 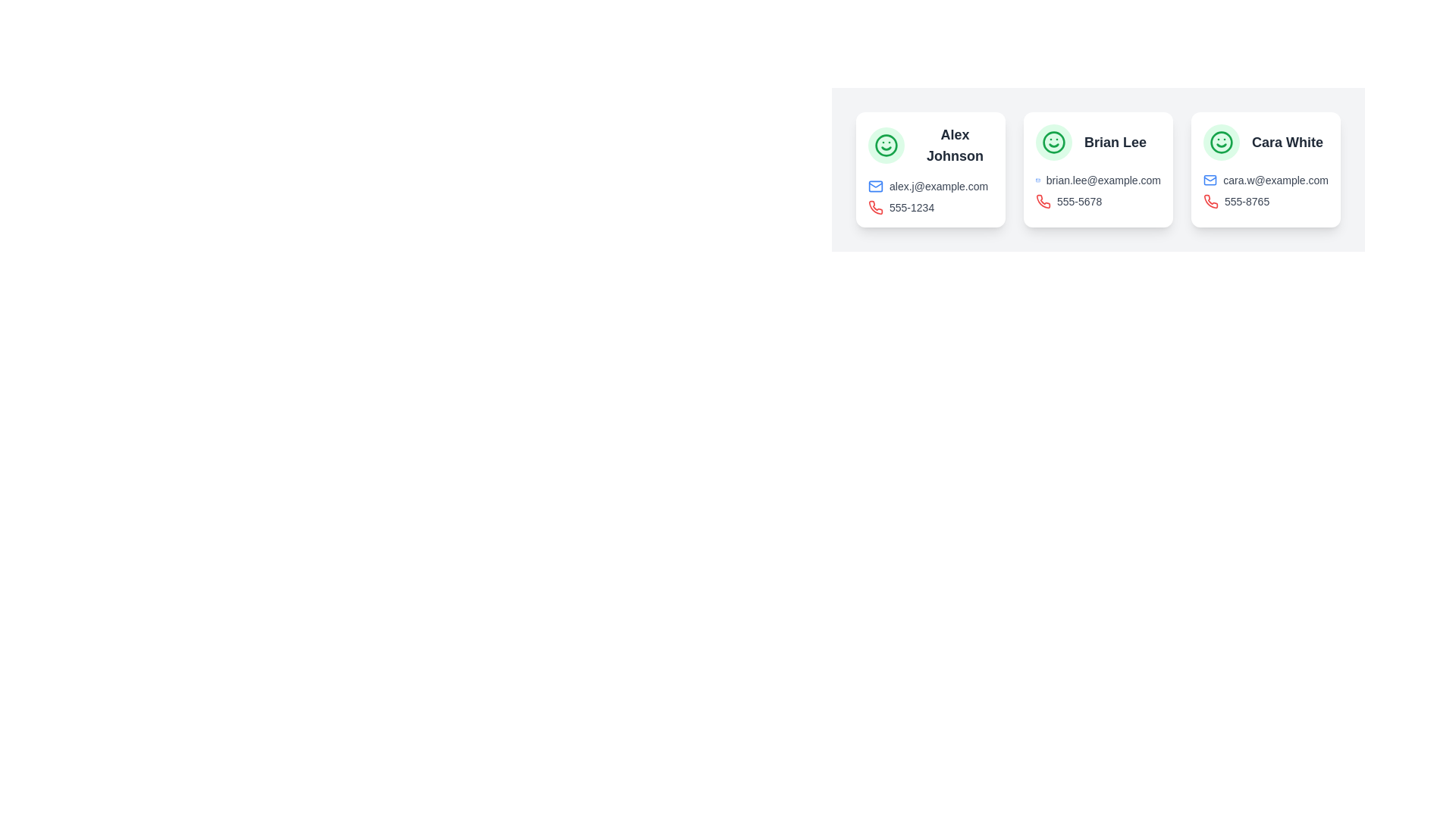 I want to click on the text label that serves as the title for the rightmost card in a row of three cards, which identifies specific individual's contact information, so click(x=1266, y=143).